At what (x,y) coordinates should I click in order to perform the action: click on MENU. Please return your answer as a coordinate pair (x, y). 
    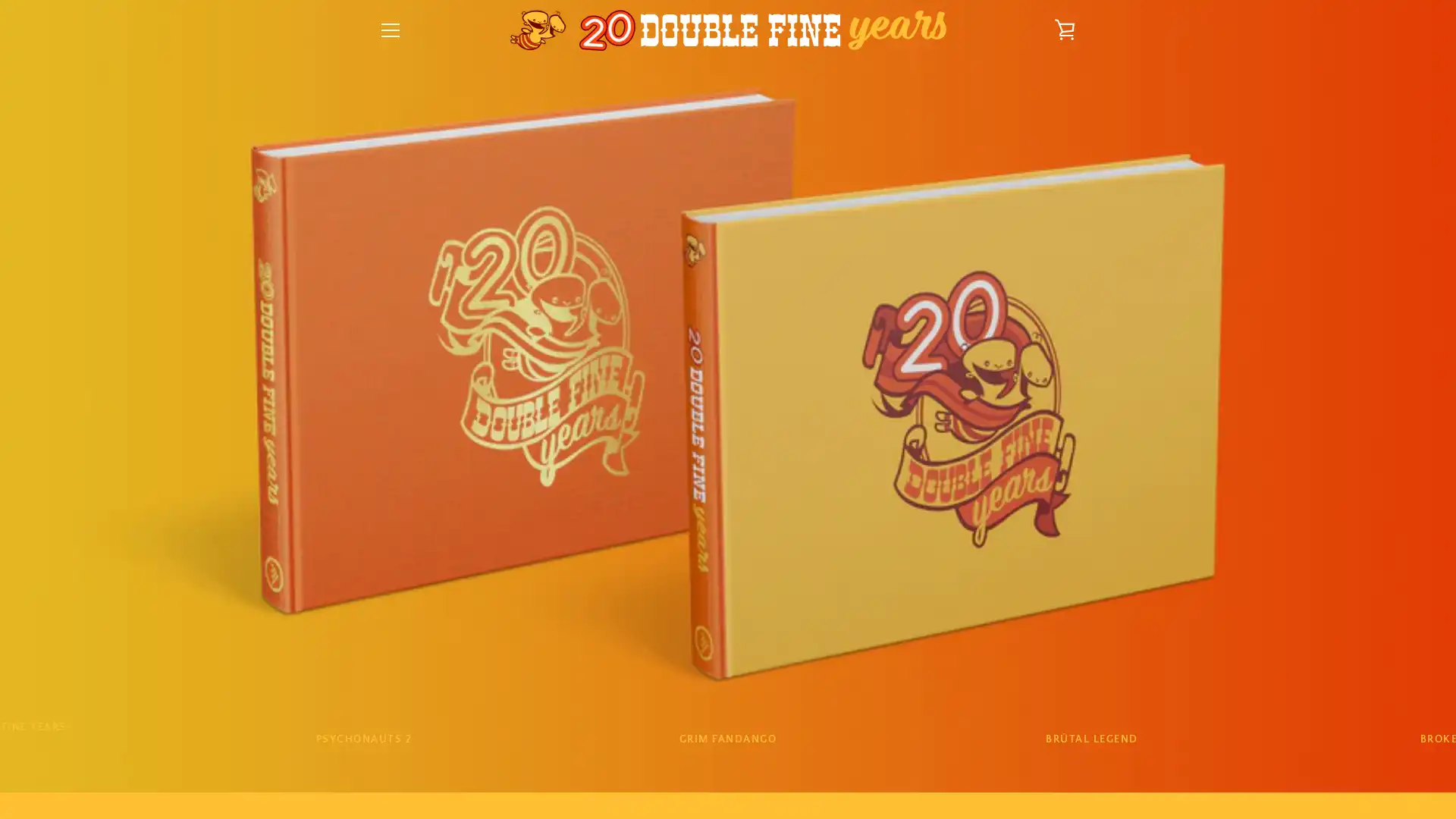
    Looking at the image, I should click on (390, 30).